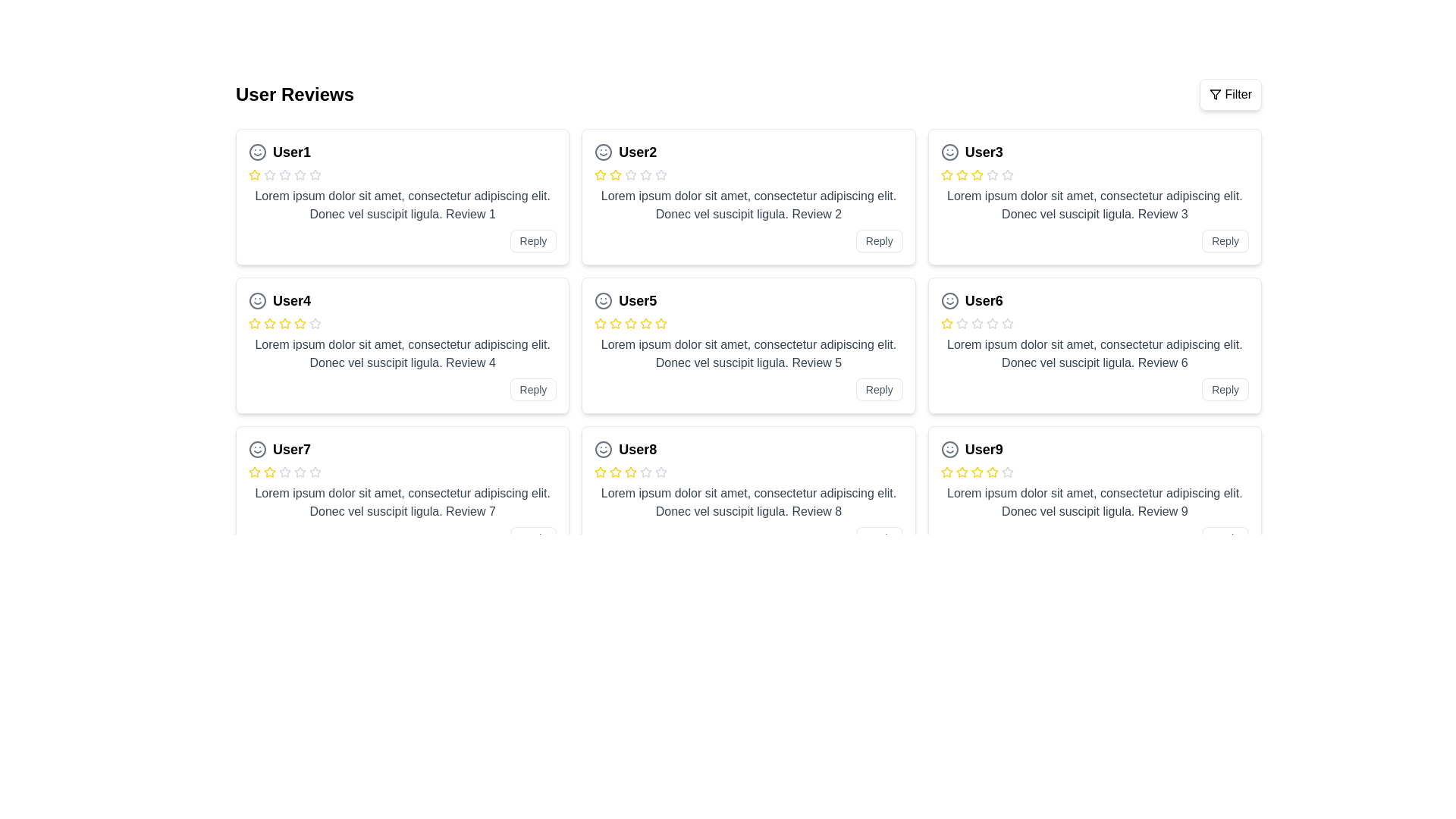 Image resolution: width=1456 pixels, height=819 pixels. What do you see at coordinates (748, 205) in the screenshot?
I see `text content of the Text Block styled with a gray font that contains 'Lorem ipsum dolor sit amet, consectetur adipiscing elit. Donec vel suscipit ligula. Review 2.' located in the card associated with 'User2.'` at bounding box center [748, 205].